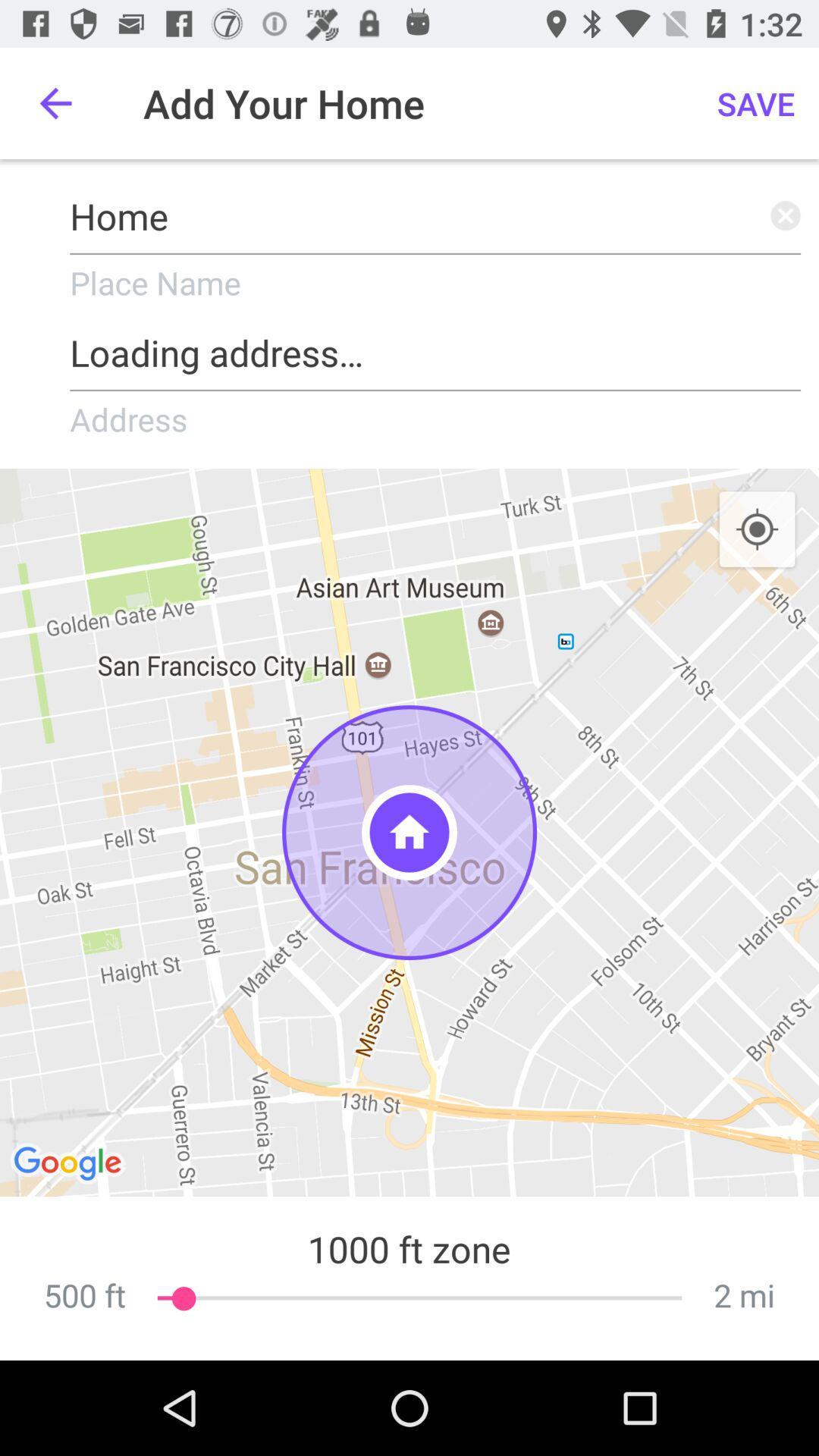 This screenshot has height=1456, width=819. I want to click on the one which is shown as home symbol, so click(409, 832).